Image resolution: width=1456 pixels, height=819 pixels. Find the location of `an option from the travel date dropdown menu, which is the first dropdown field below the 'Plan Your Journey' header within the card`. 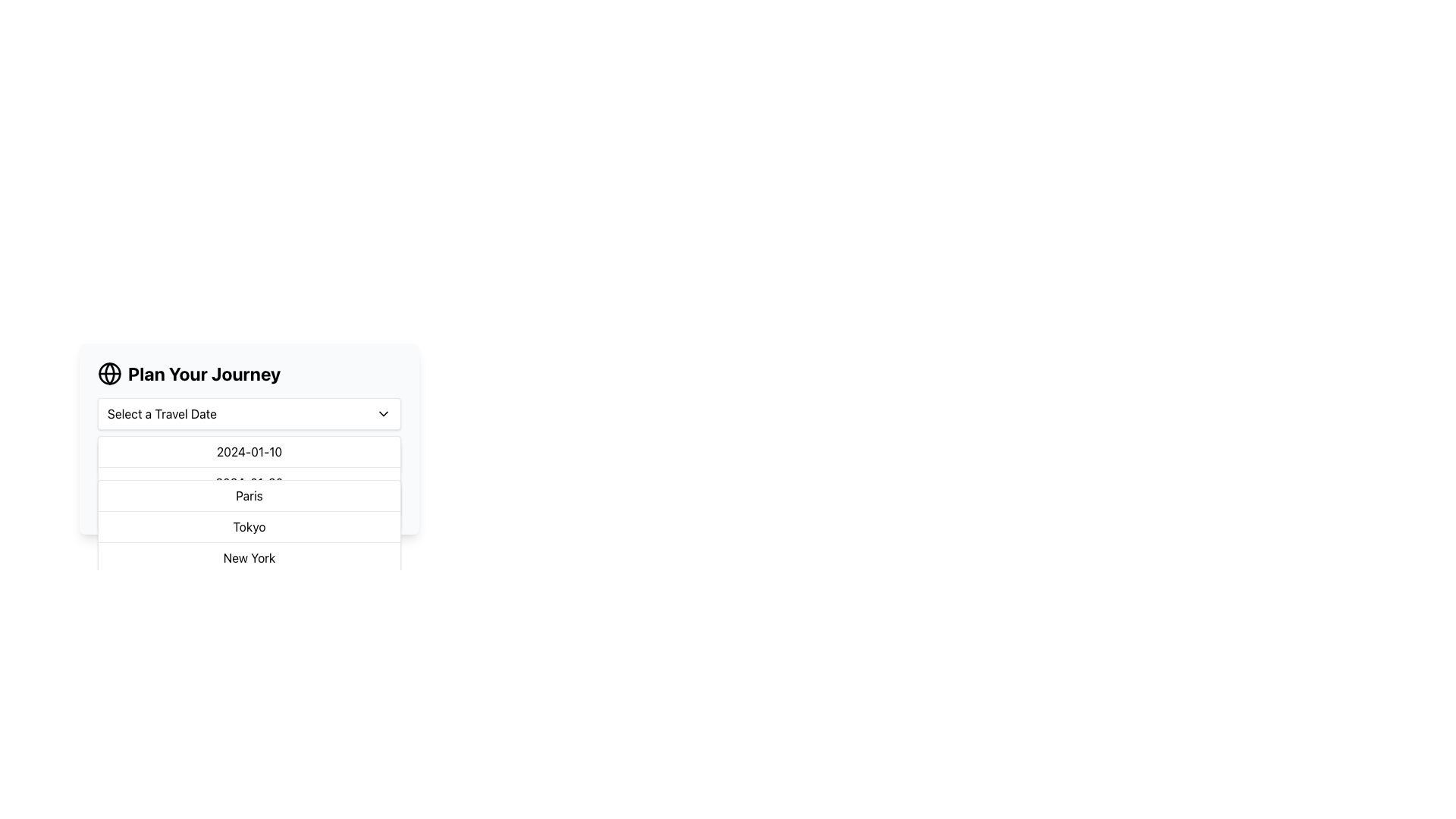

an option from the travel date dropdown menu, which is the first dropdown field below the 'Plan Your Journey' header within the card is located at coordinates (249, 414).